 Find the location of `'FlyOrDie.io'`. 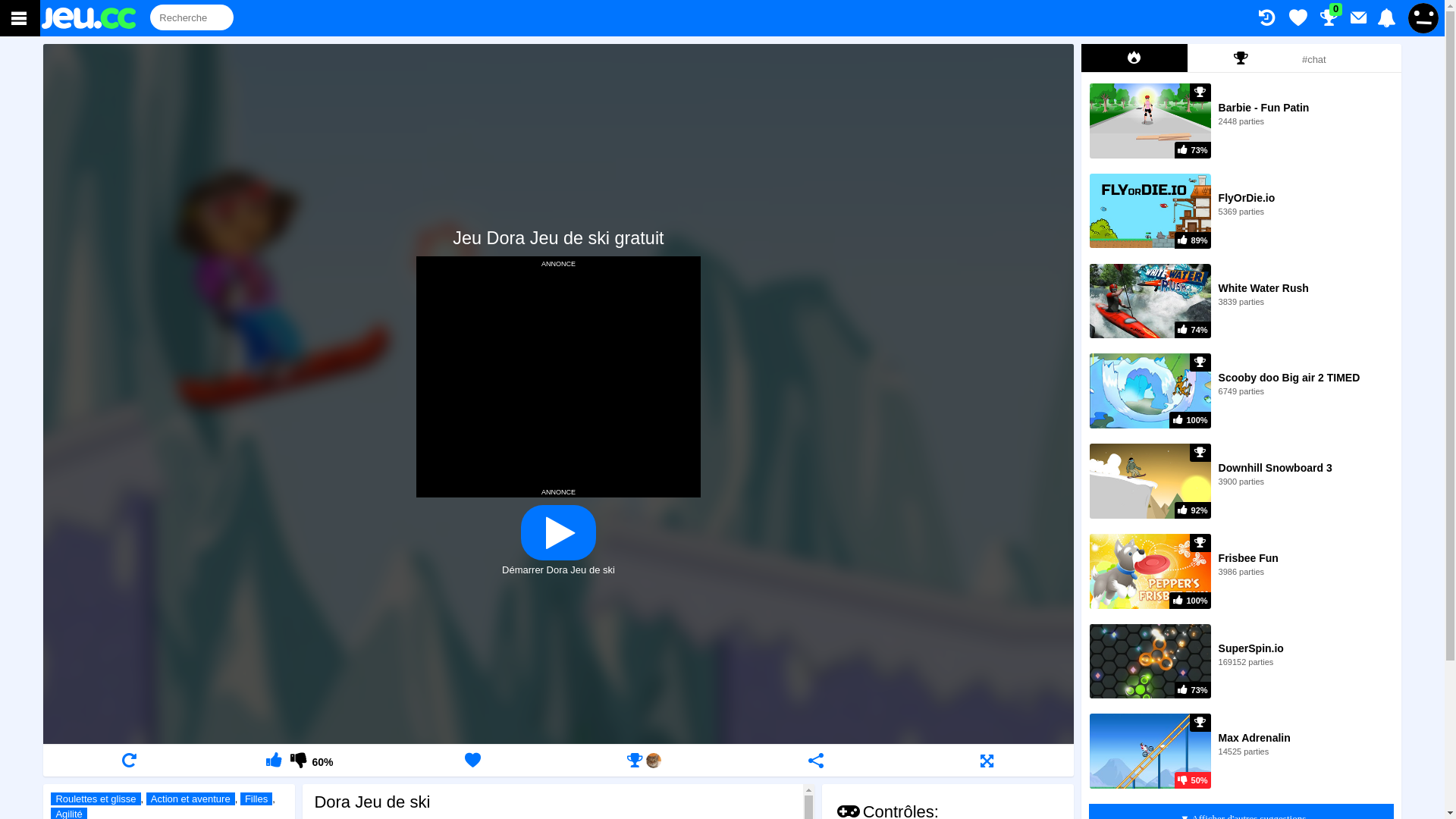

'FlyOrDie.io' is located at coordinates (1247, 197).